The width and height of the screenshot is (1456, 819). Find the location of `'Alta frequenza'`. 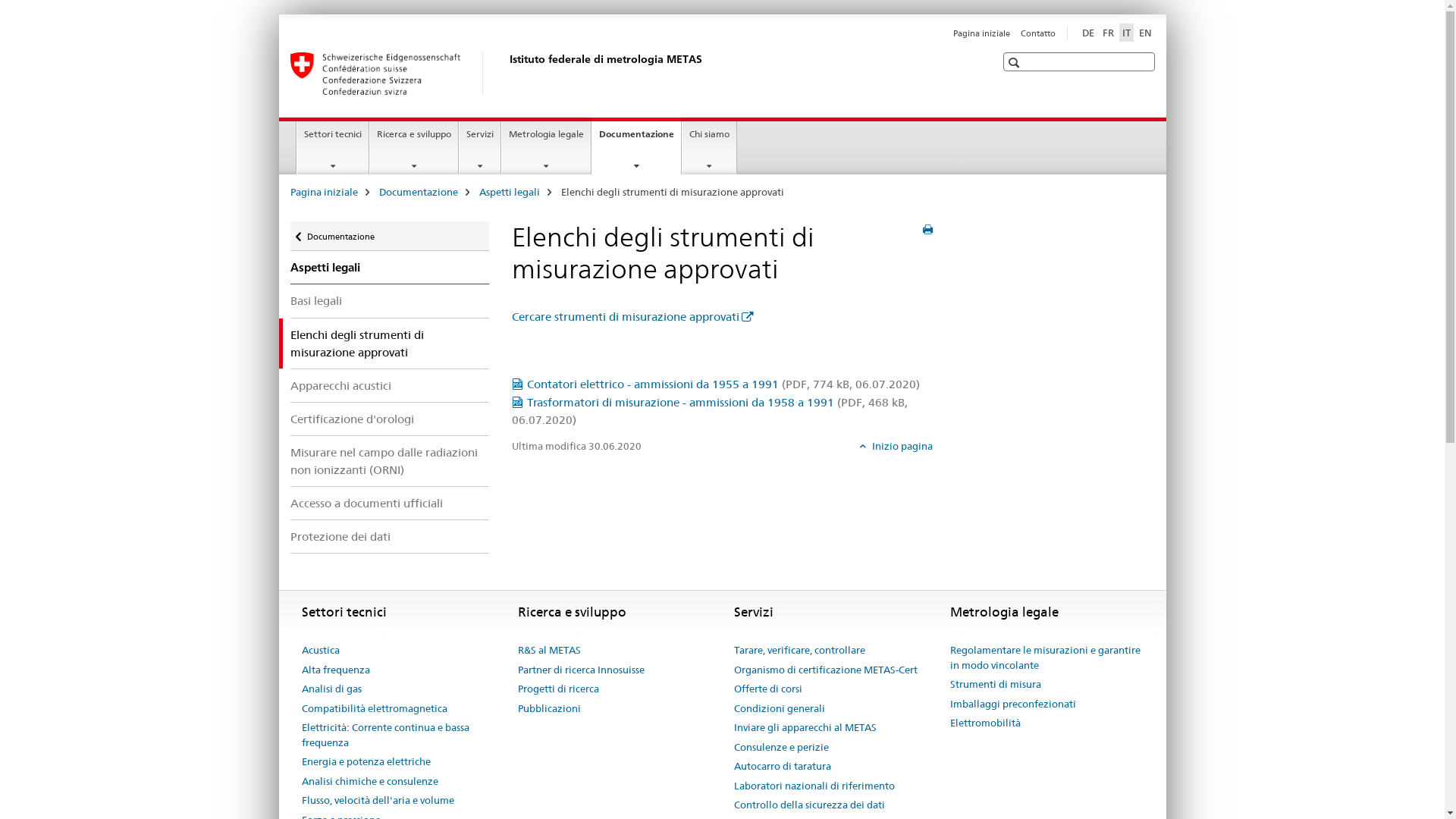

'Alta frequenza' is located at coordinates (334, 669).